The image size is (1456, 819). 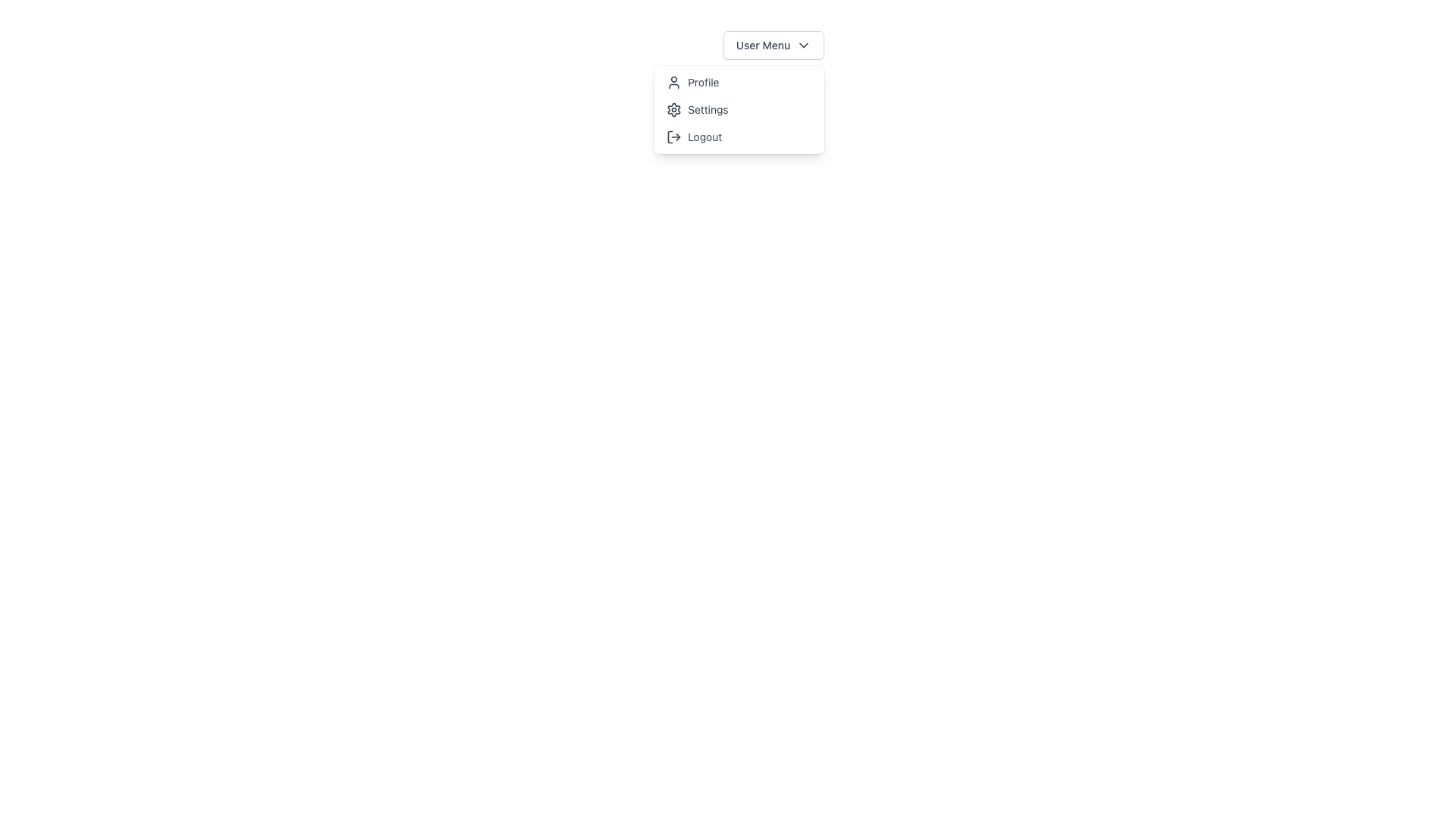 I want to click on the vertical segment of the SVG icon associated with the 'Logout' menu item, which is located near the left side of the label in the dropdown menu, so click(x=670, y=137).